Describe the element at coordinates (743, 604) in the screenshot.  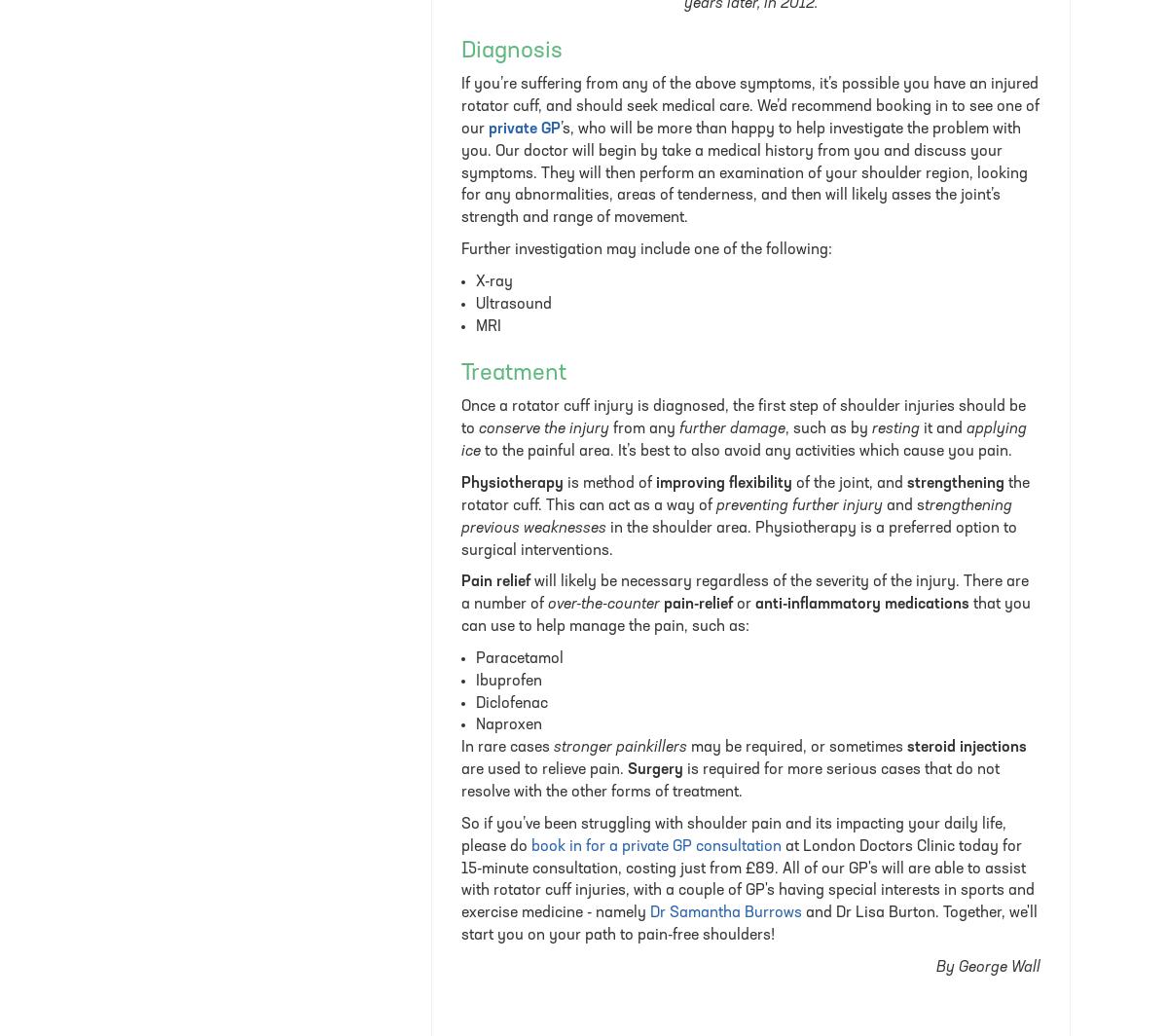
I see `'or'` at that location.